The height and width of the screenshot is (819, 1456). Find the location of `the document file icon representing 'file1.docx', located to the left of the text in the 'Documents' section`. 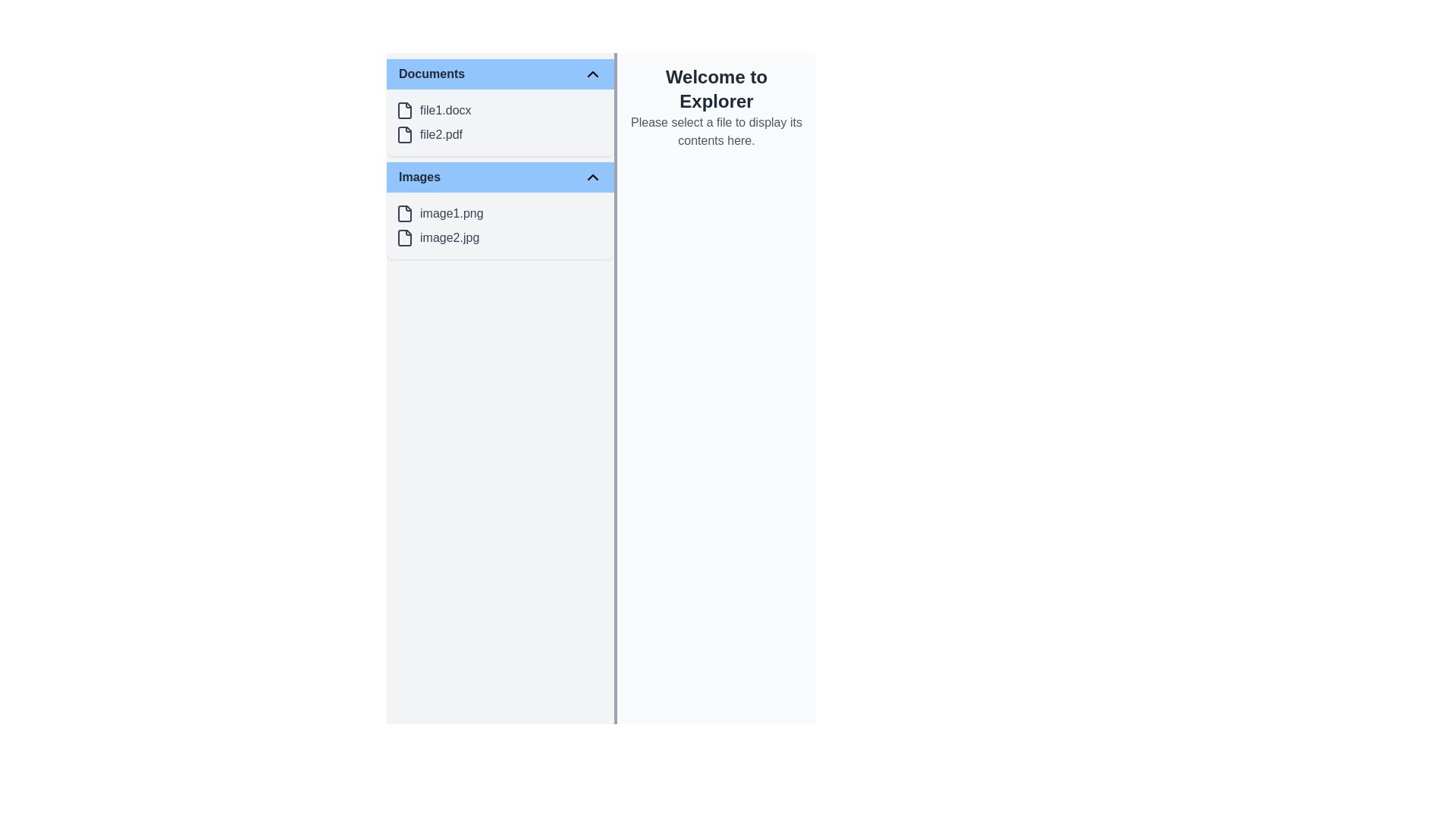

the document file icon representing 'file1.docx', located to the left of the text in the 'Documents' section is located at coordinates (404, 110).